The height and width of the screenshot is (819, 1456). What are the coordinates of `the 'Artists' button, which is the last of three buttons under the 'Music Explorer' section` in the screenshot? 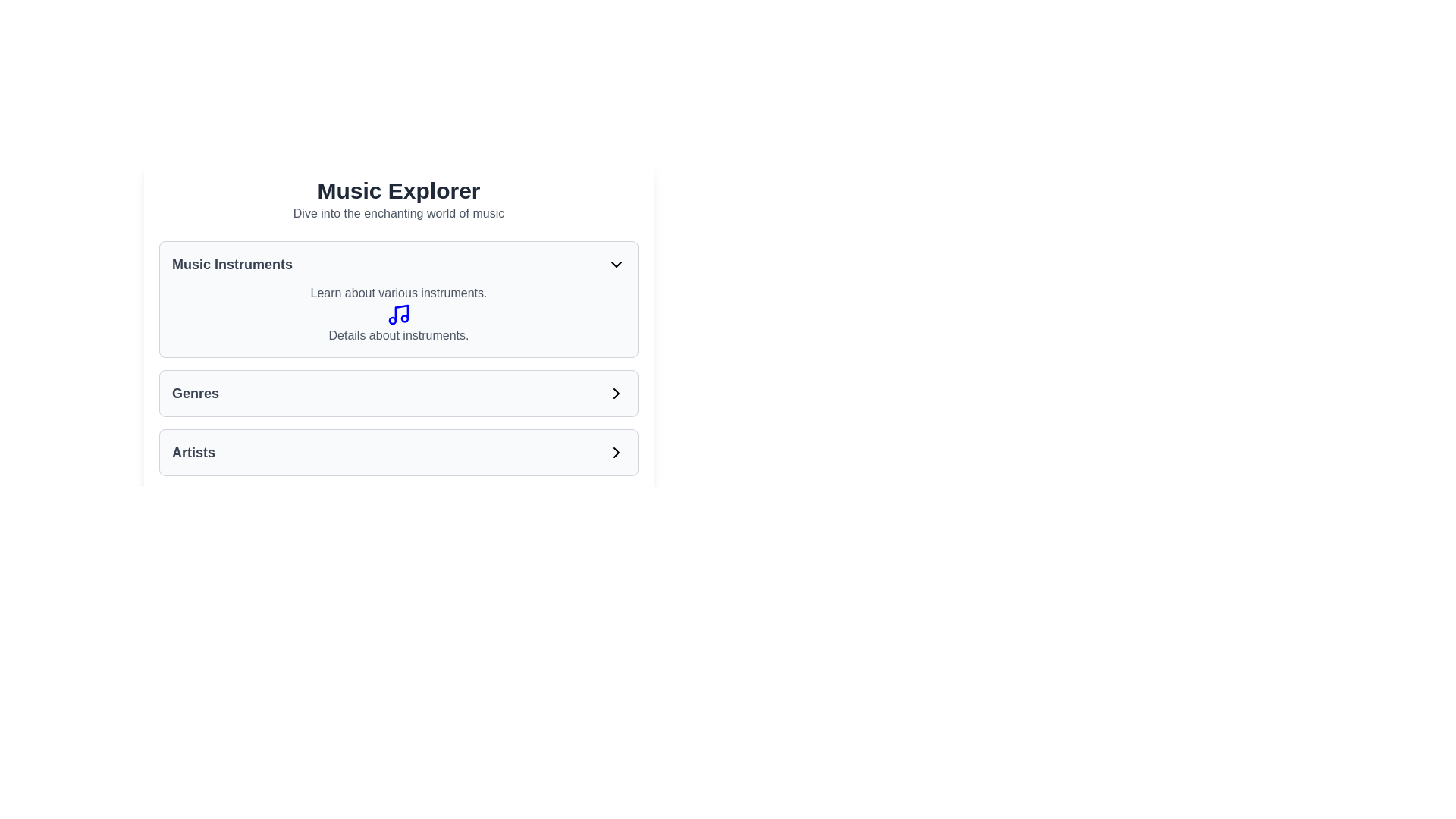 It's located at (399, 452).